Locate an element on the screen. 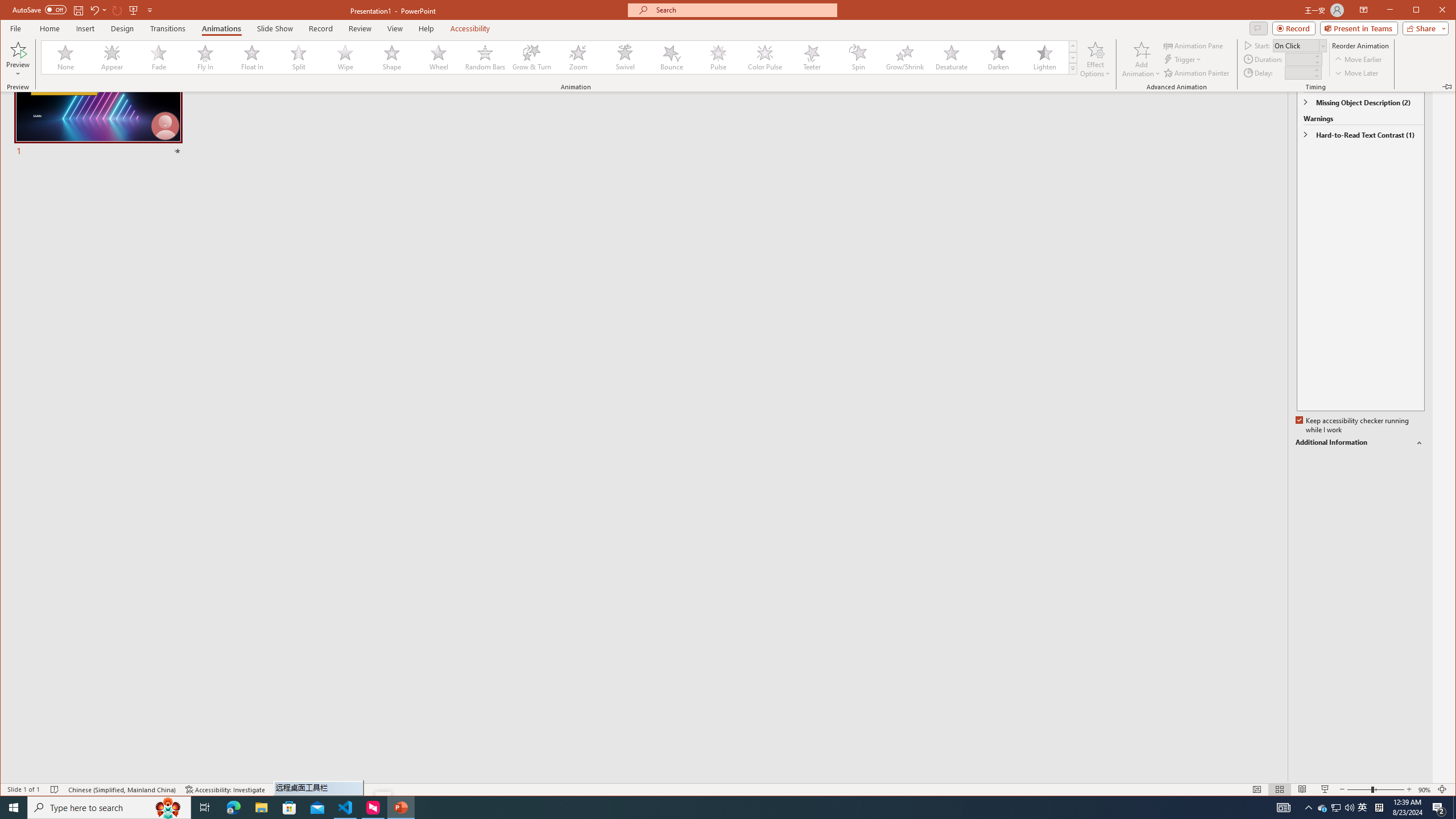 The width and height of the screenshot is (1456, 819). 'View' is located at coordinates (395, 28).